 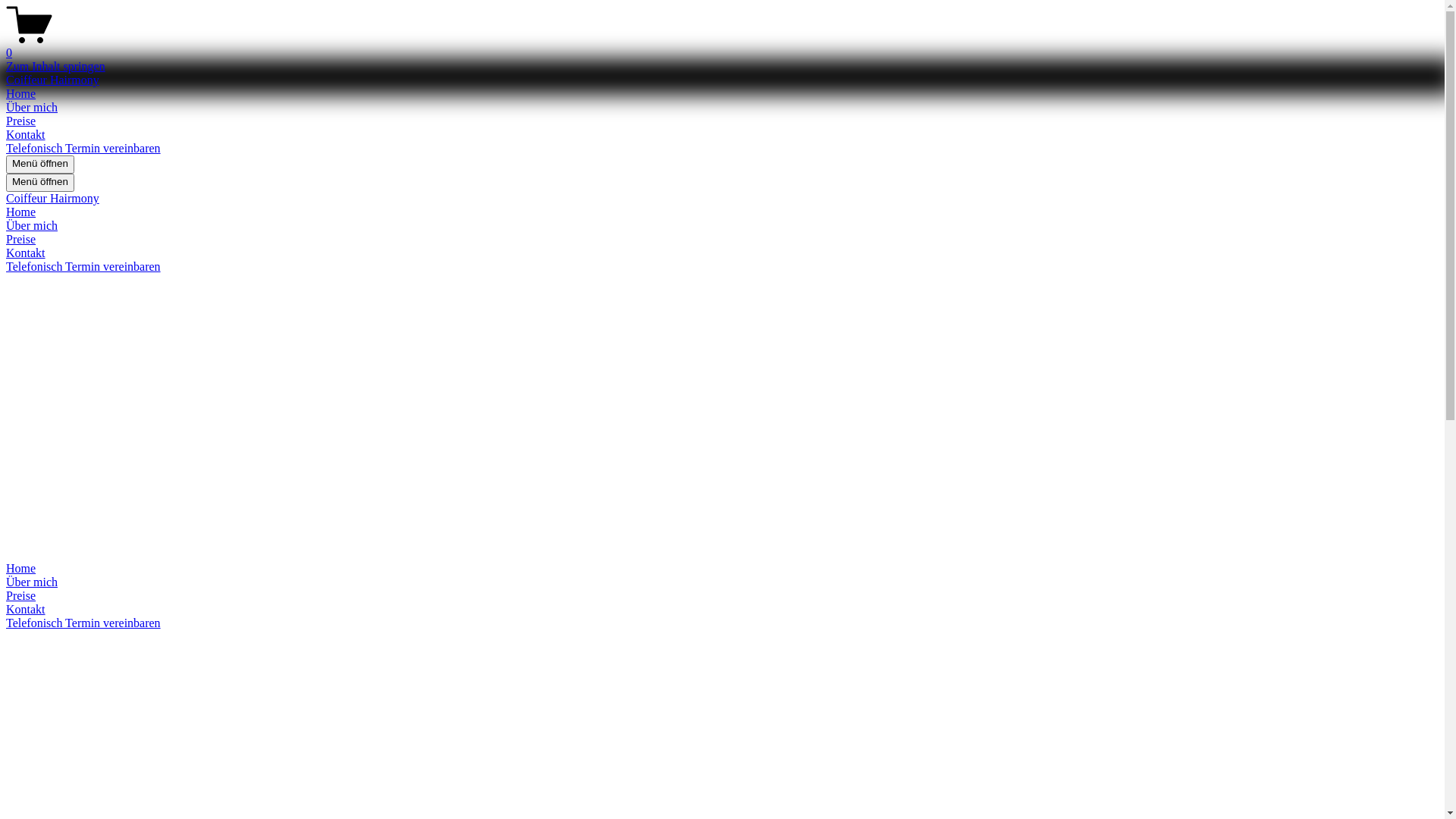 I want to click on 'Kontakt', so click(x=25, y=133).